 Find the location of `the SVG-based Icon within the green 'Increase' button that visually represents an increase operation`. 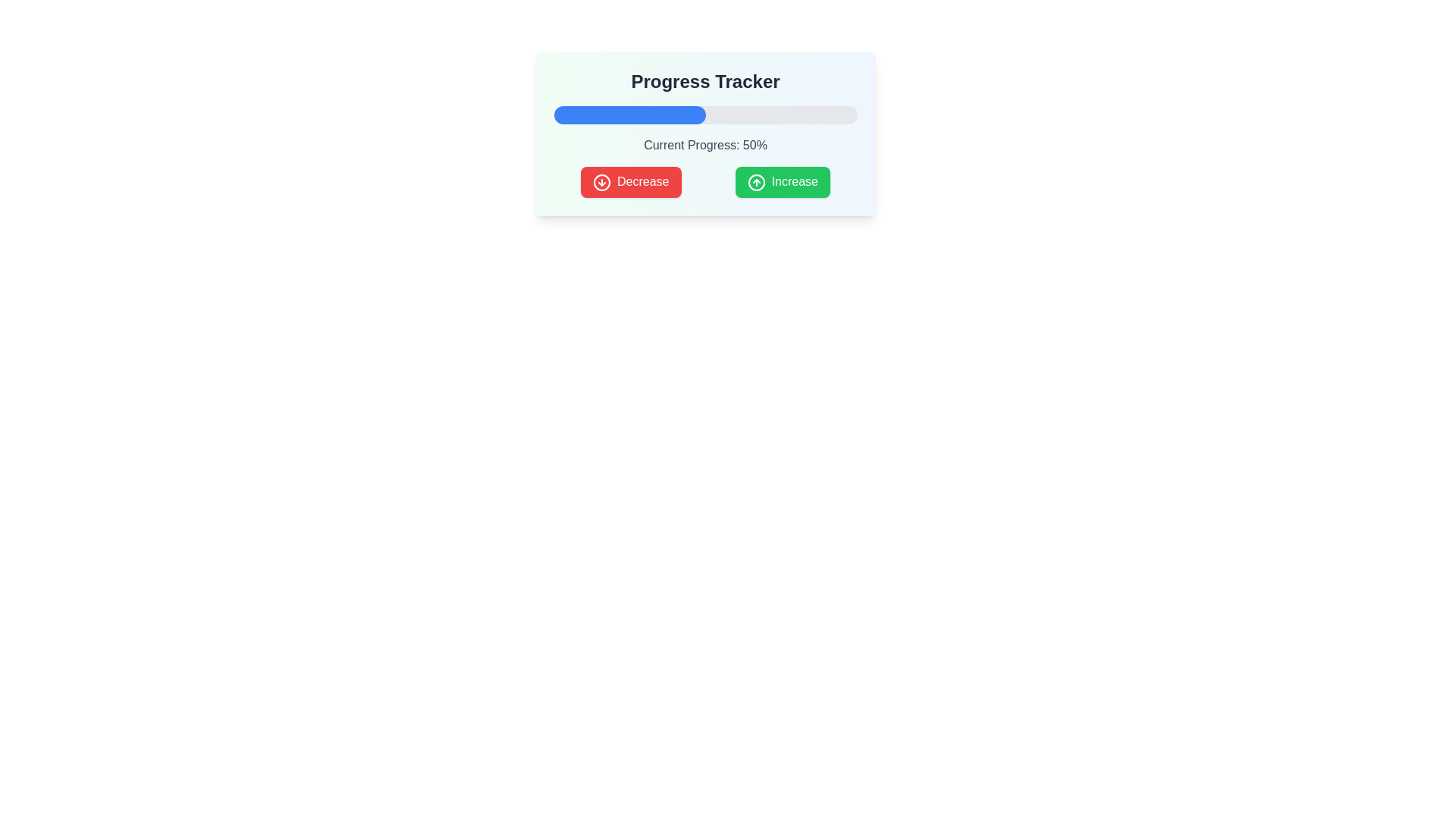

the SVG-based Icon within the green 'Increase' button that visually represents an increase operation is located at coordinates (756, 181).